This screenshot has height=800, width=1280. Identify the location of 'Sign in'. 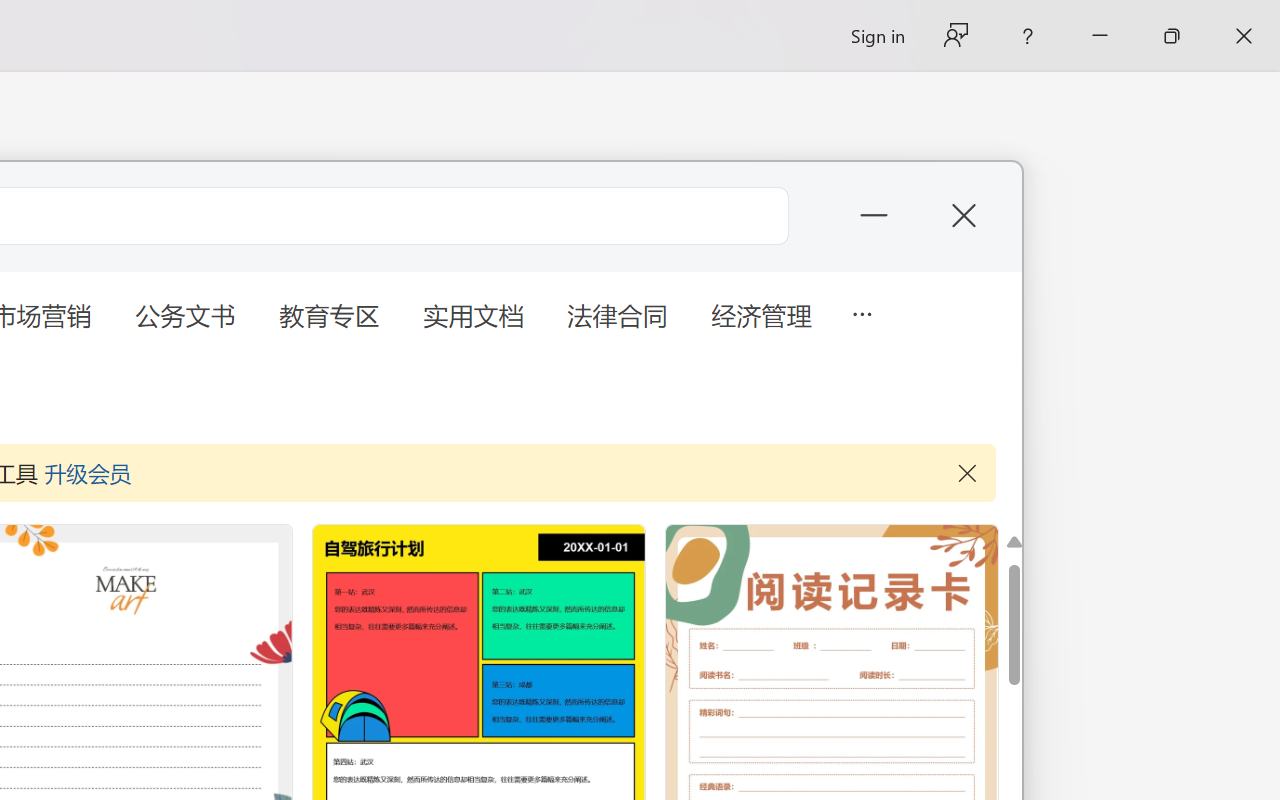
(876, 34).